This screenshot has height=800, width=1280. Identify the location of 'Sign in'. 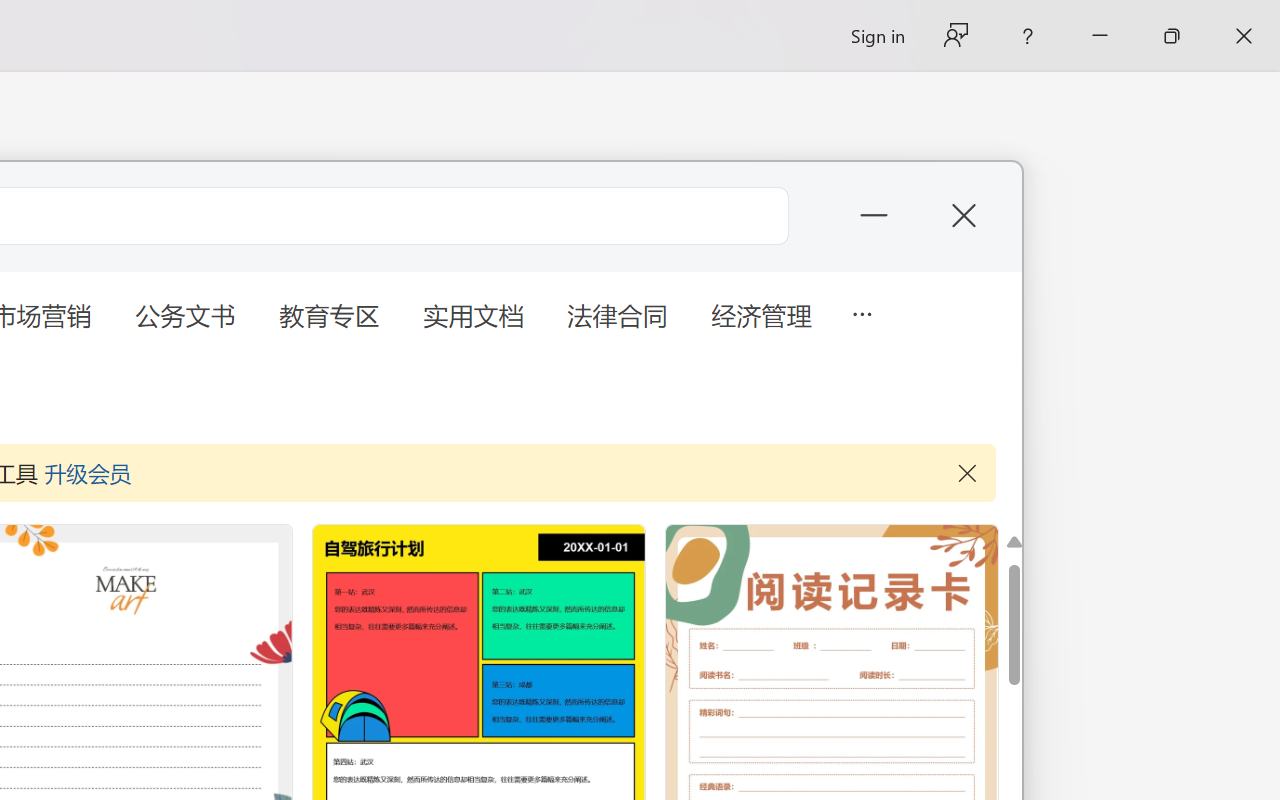
(876, 34).